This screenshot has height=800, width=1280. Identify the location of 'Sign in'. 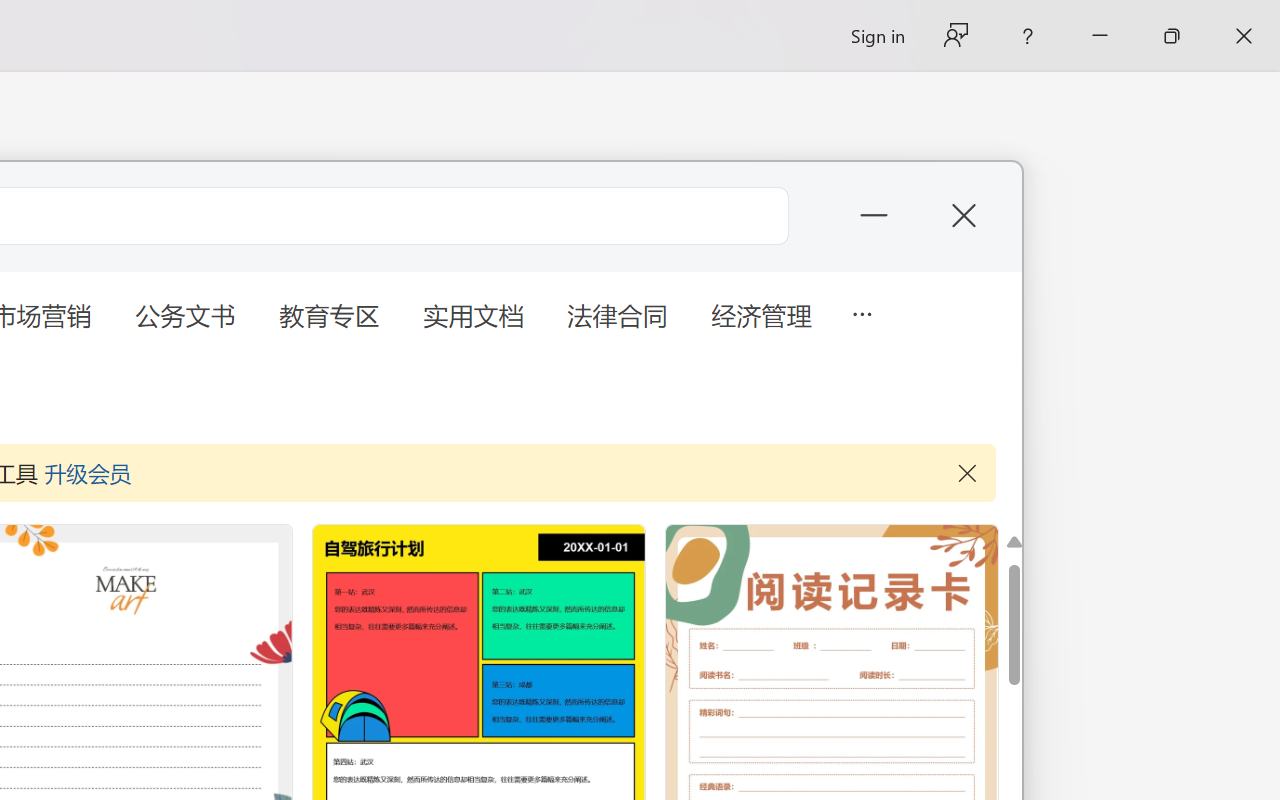
(876, 34).